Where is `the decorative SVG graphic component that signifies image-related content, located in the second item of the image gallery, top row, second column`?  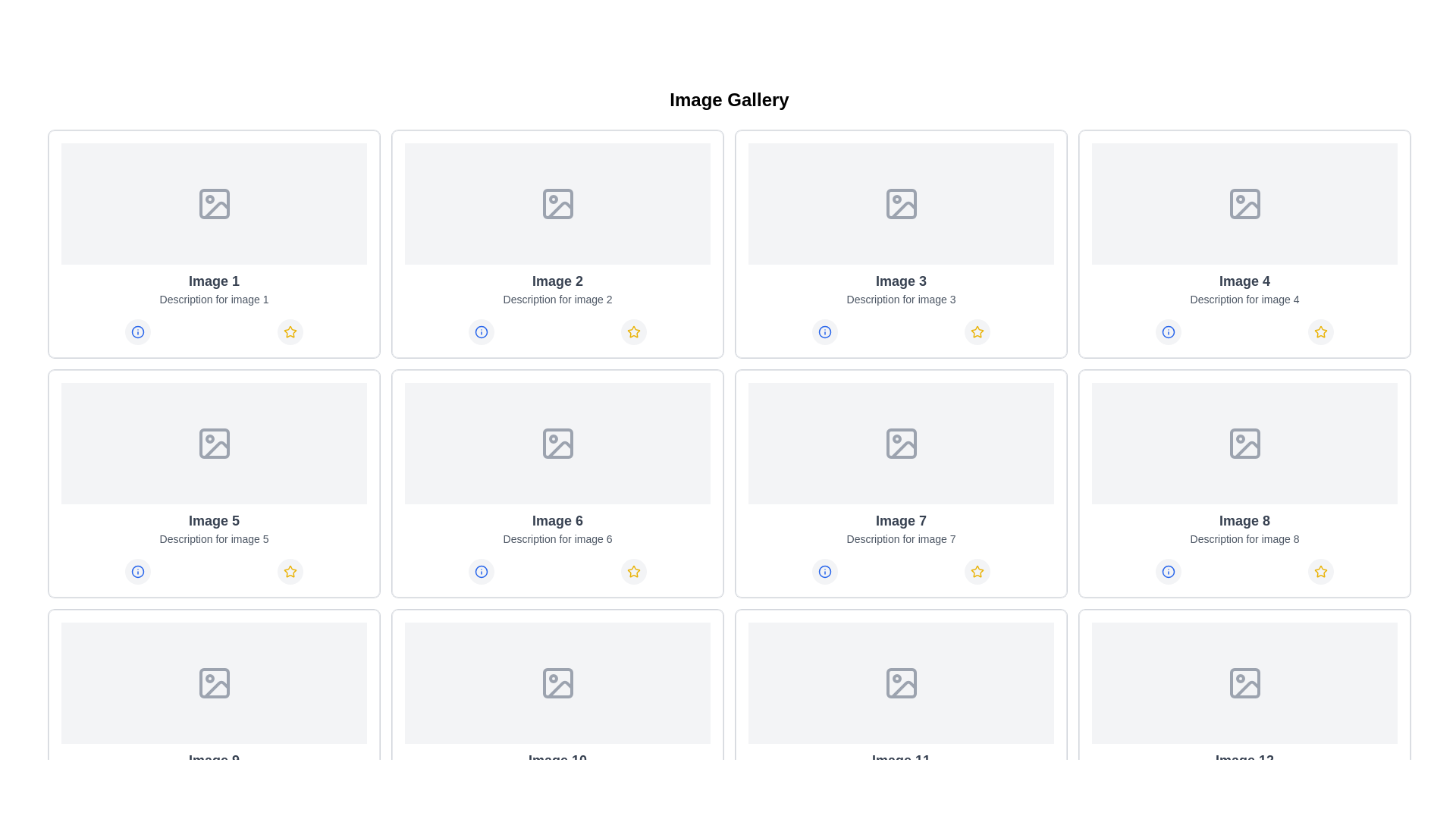 the decorative SVG graphic component that signifies image-related content, located in the second item of the image gallery, top row, second column is located at coordinates (557, 203).